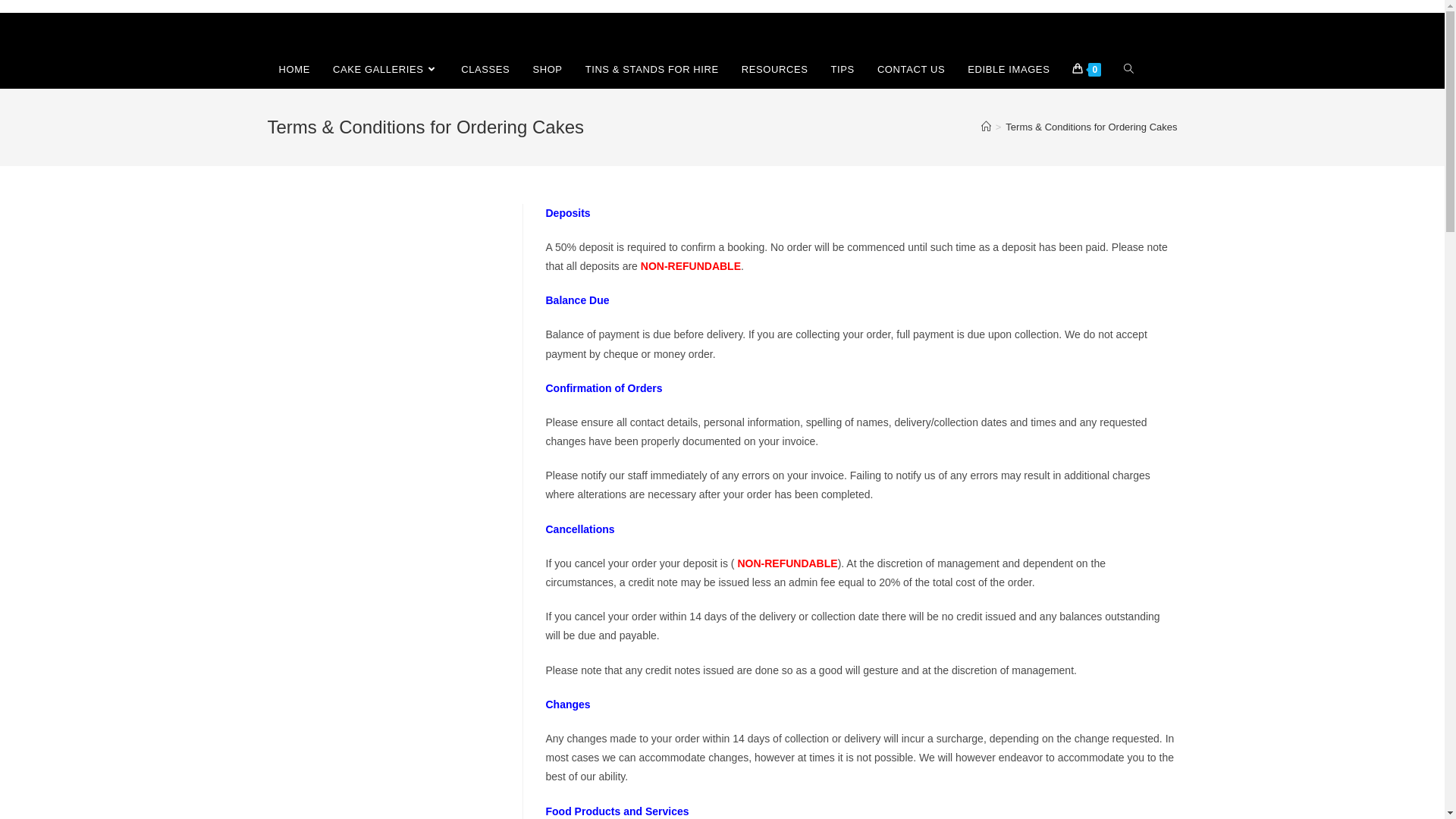 Image resolution: width=1456 pixels, height=819 pixels. What do you see at coordinates (336, 32) in the screenshot?
I see `'My Delicious Cake & Decorating Supplies'` at bounding box center [336, 32].